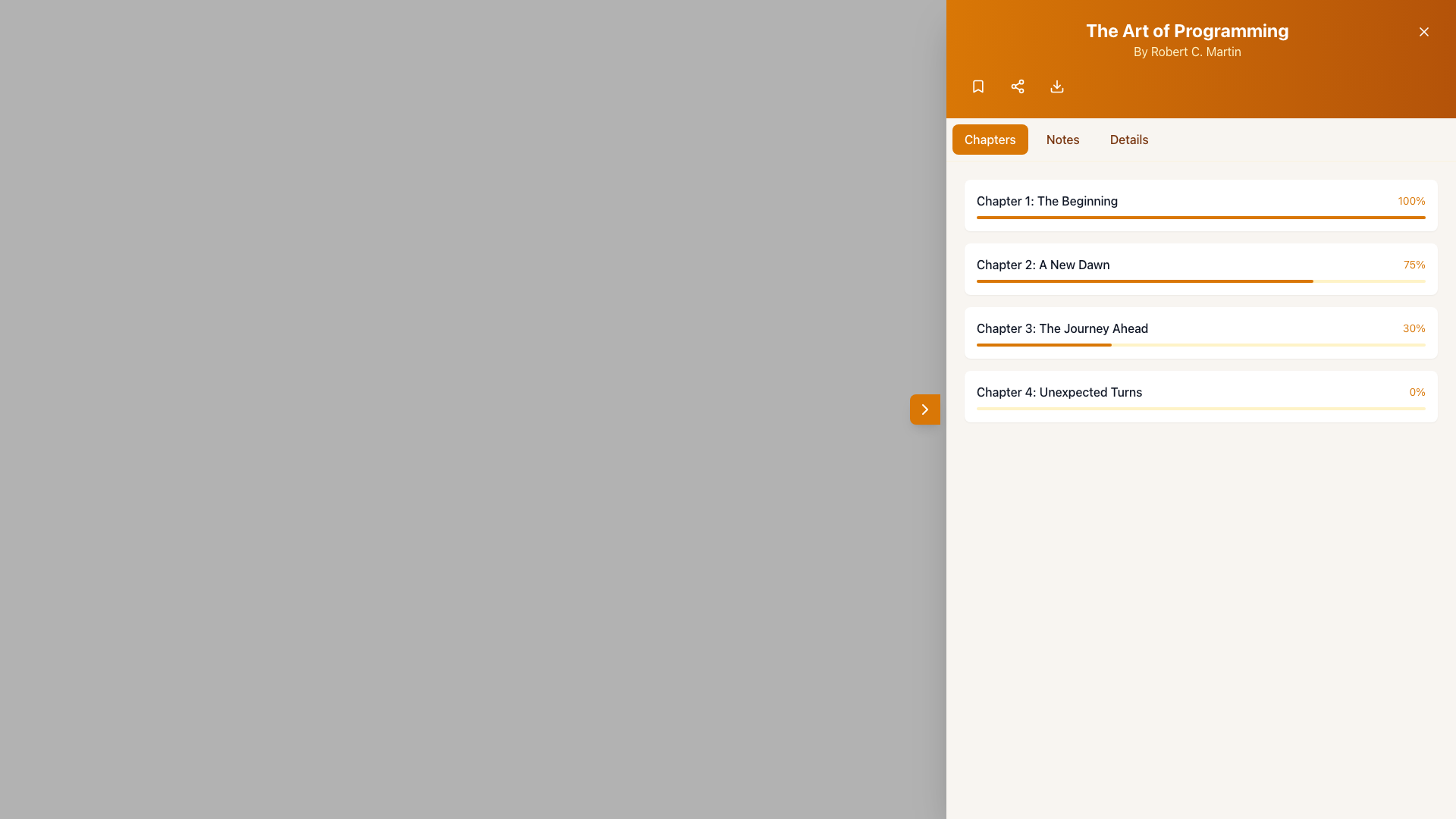 The image size is (1456, 819). What do you see at coordinates (978, 86) in the screenshot?
I see `the bookmark icon located in the top-right section of the orange header bar` at bounding box center [978, 86].